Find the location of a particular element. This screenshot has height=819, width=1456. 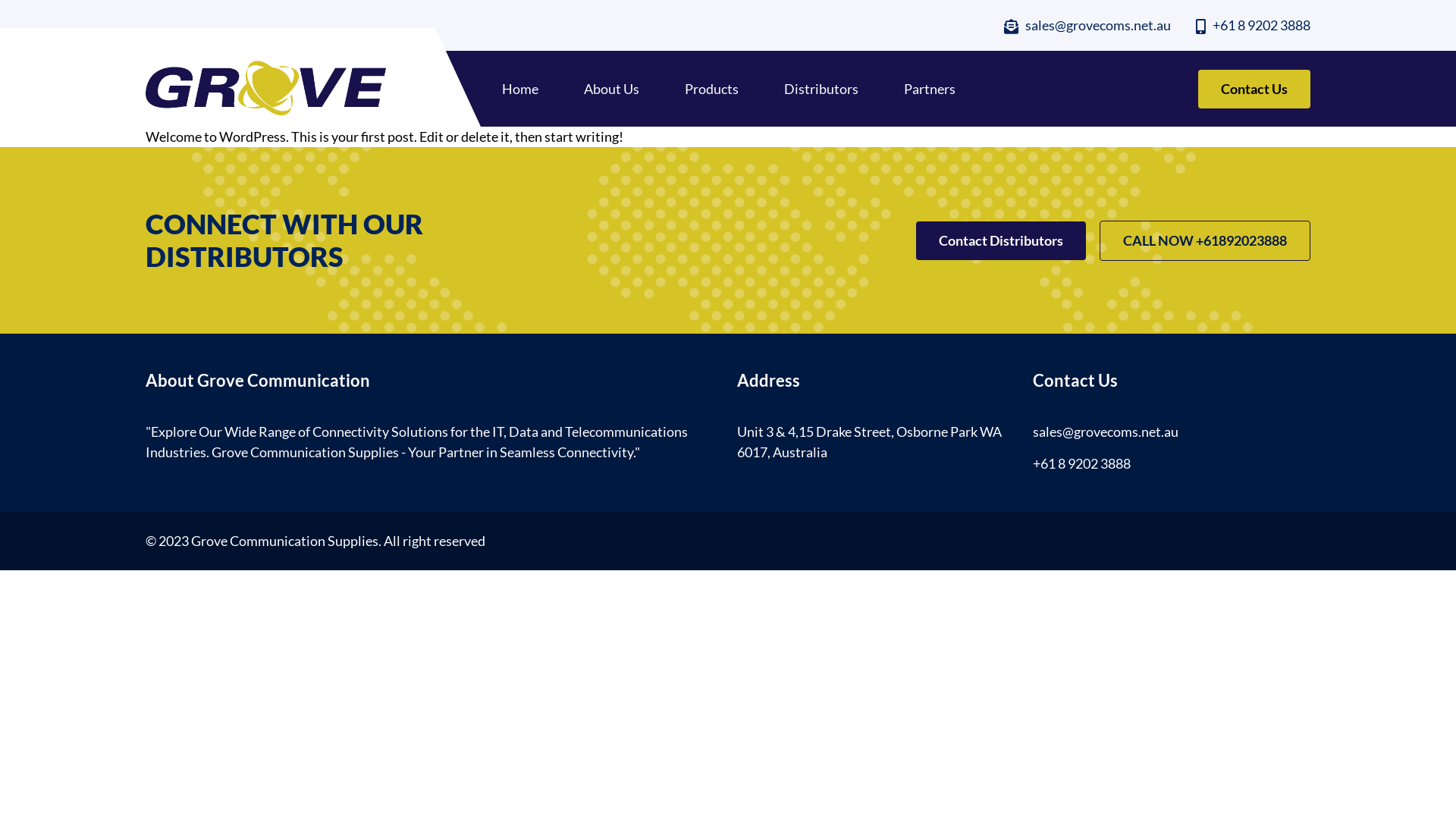

'+61 8 9202 3888' is located at coordinates (1253, 25).